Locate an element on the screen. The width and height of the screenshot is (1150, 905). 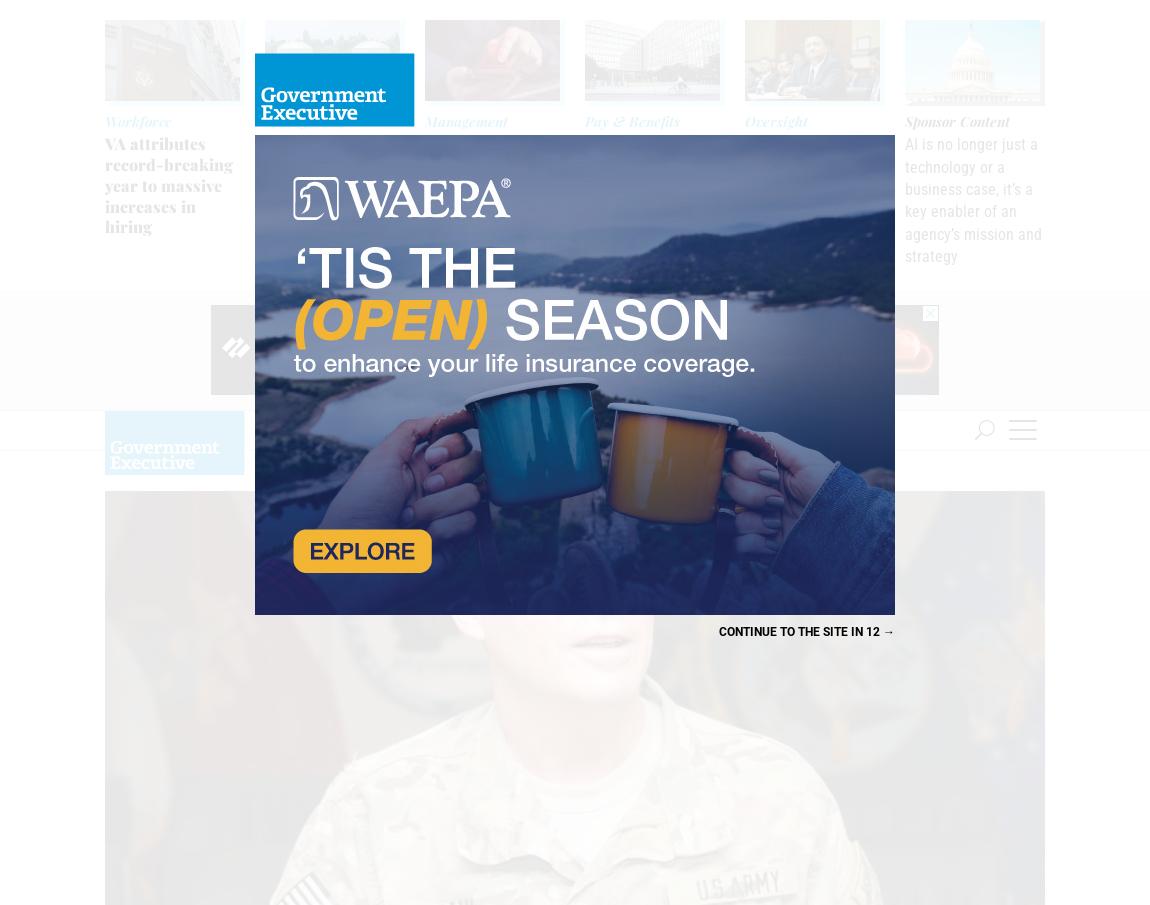
'Workforce' is located at coordinates (137, 120).